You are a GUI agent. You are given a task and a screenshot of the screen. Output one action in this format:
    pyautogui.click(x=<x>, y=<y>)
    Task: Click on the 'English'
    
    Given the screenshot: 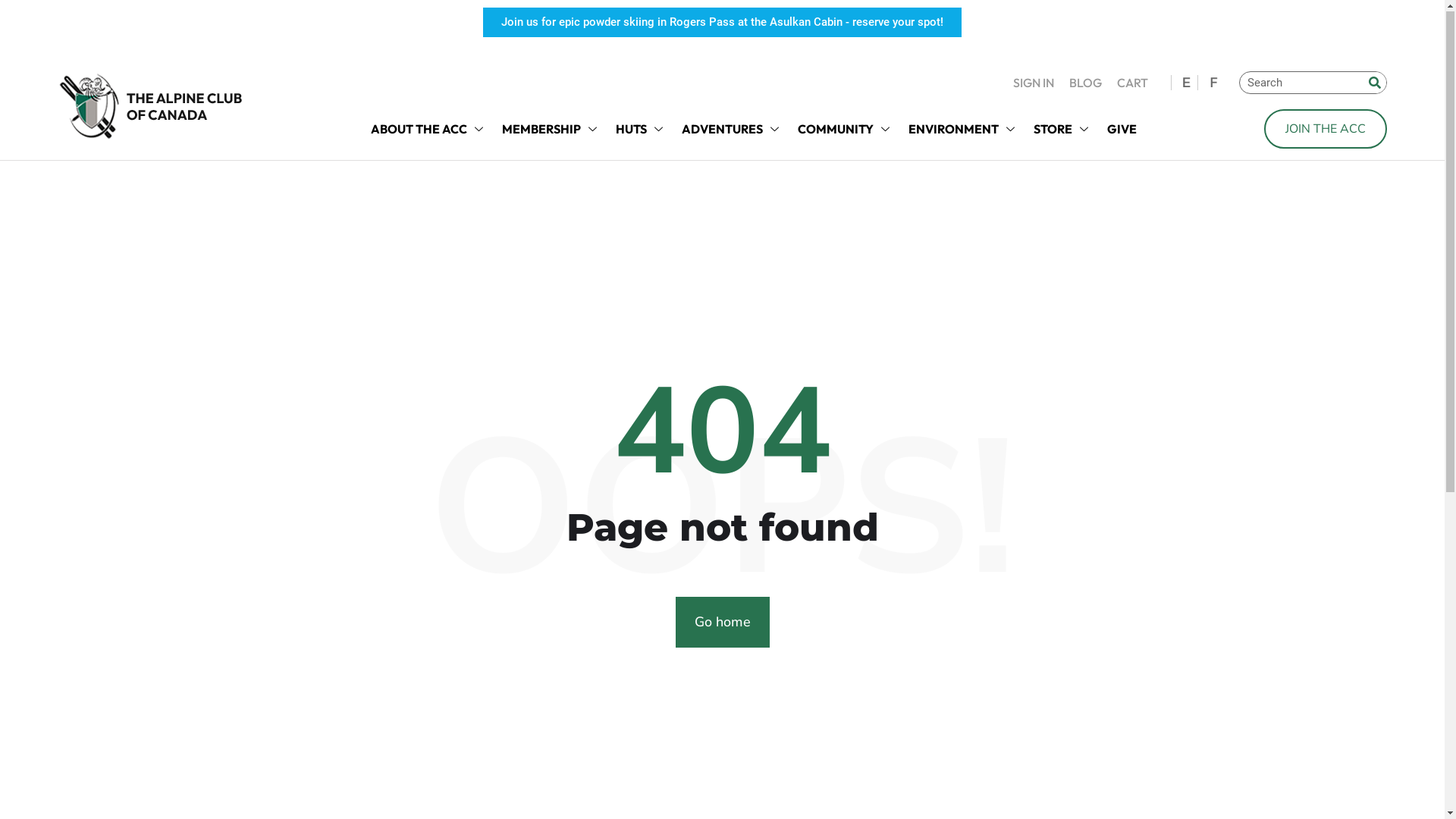 What is the action you would take?
    pyautogui.click(x=1185, y=83)
    